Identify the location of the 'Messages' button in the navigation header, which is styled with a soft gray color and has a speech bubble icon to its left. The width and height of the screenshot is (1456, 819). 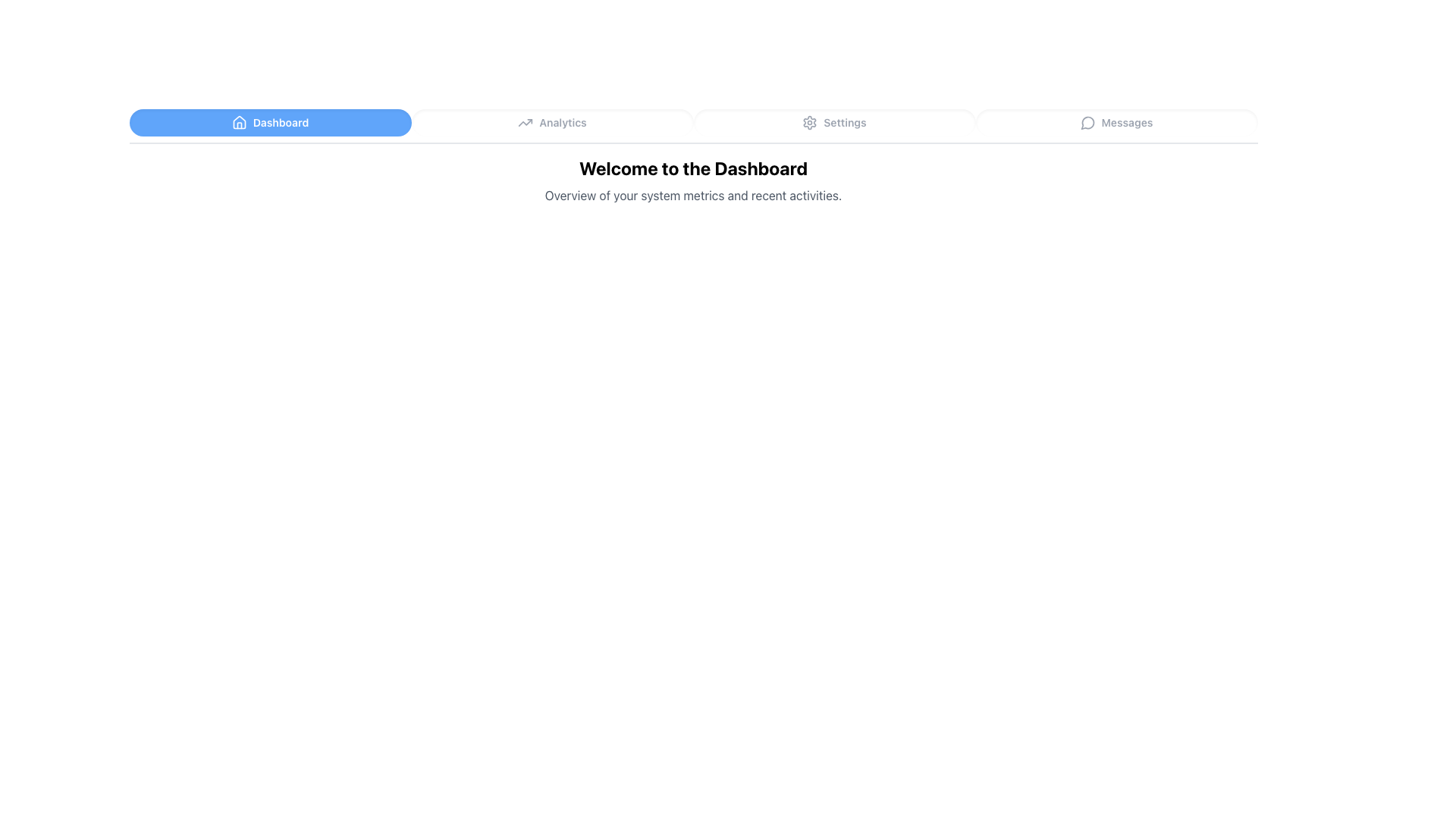
(1116, 122).